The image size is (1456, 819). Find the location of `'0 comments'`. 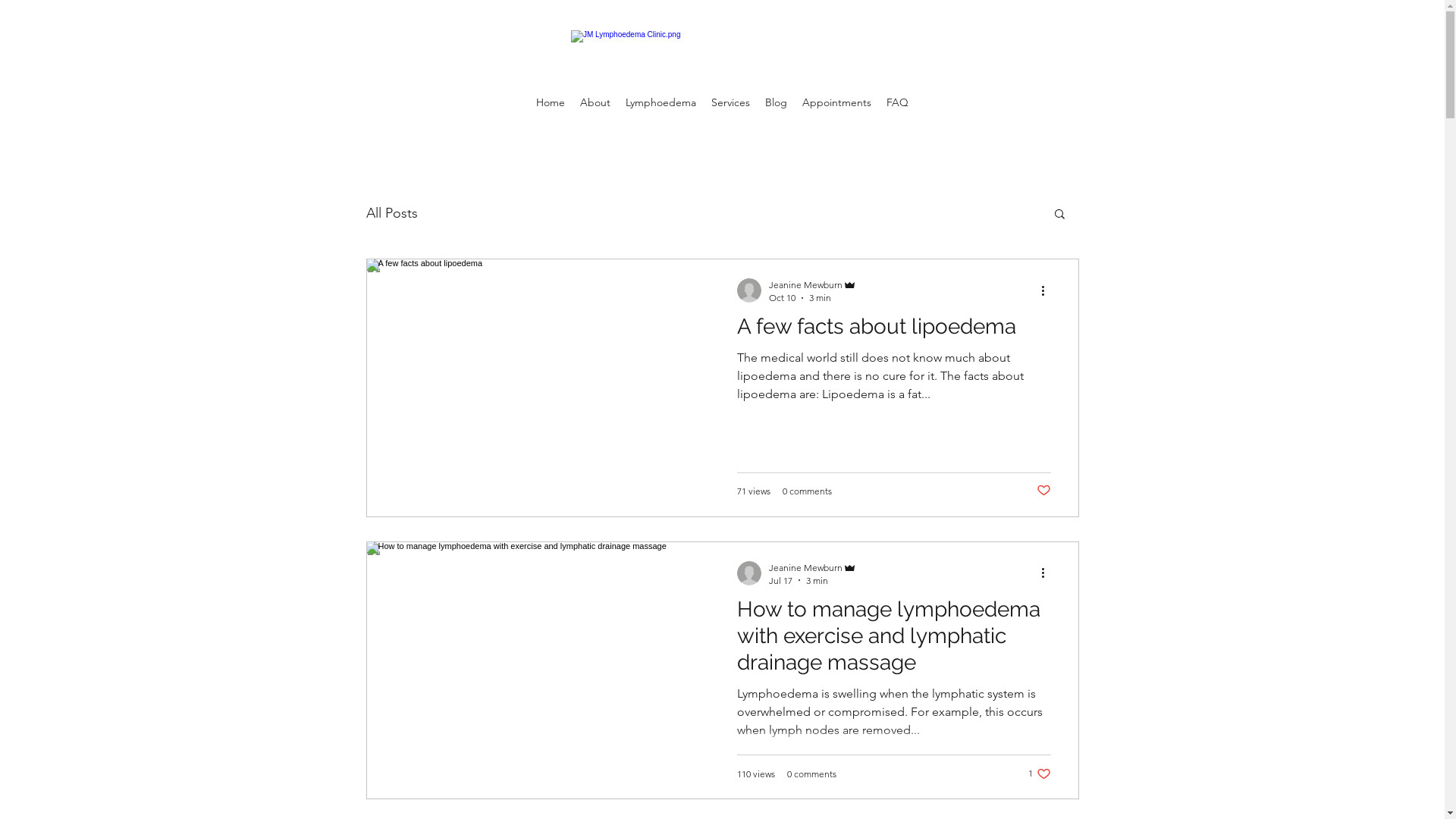

'0 comments' is located at coordinates (806, 491).